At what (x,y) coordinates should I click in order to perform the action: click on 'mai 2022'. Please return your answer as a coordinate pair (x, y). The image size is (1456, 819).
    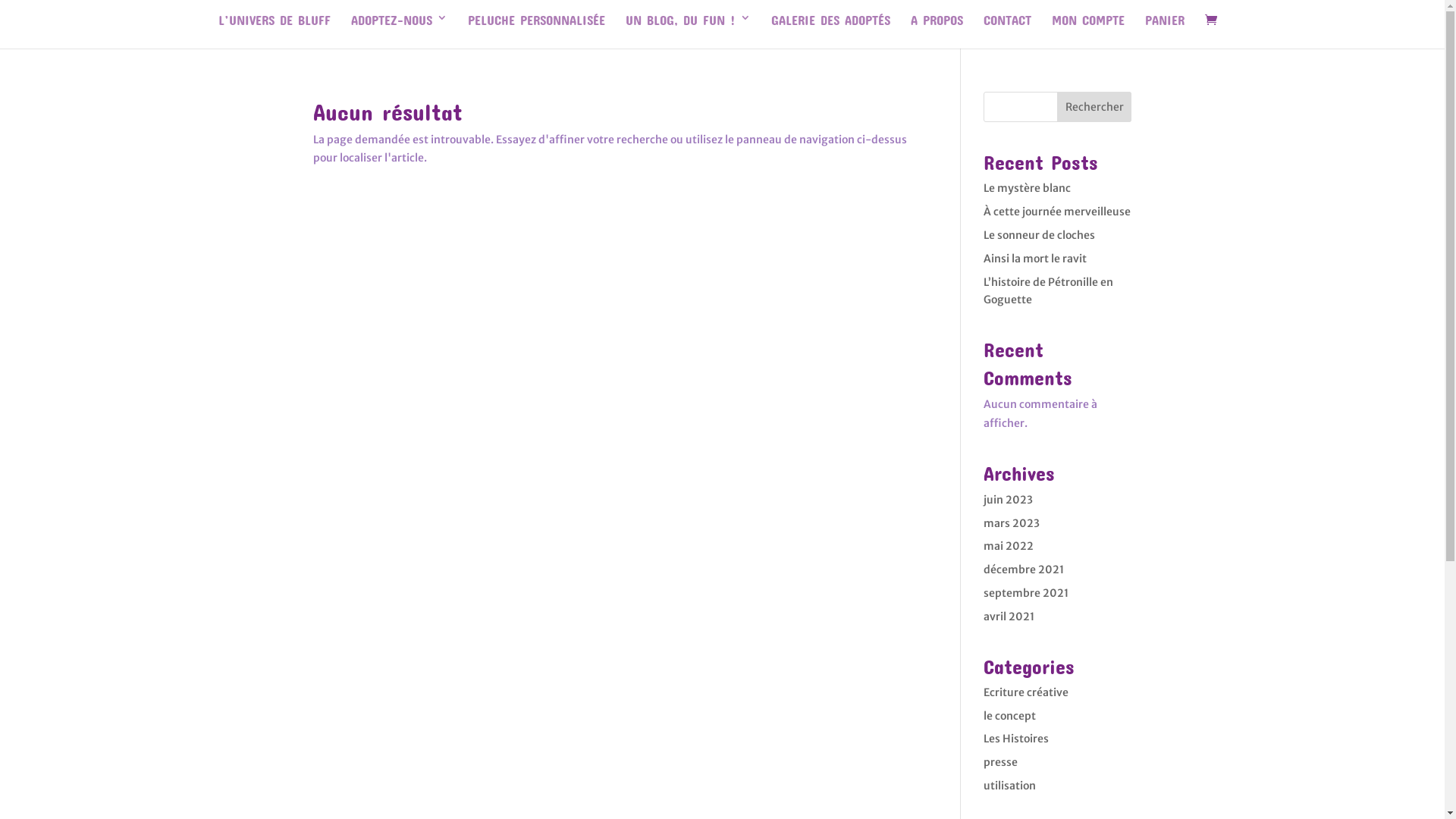
    Looking at the image, I should click on (983, 546).